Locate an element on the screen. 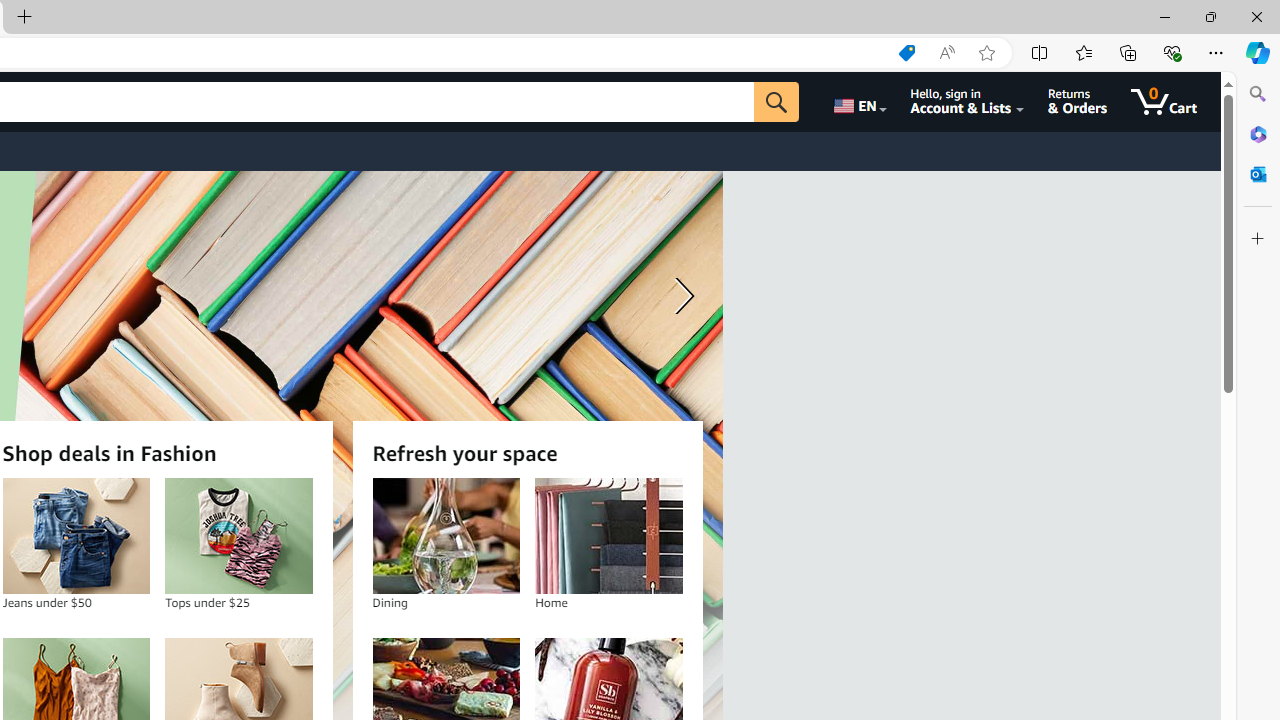 The width and height of the screenshot is (1280, 720). 'Tops under $25' is located at coordinates (239, 535).